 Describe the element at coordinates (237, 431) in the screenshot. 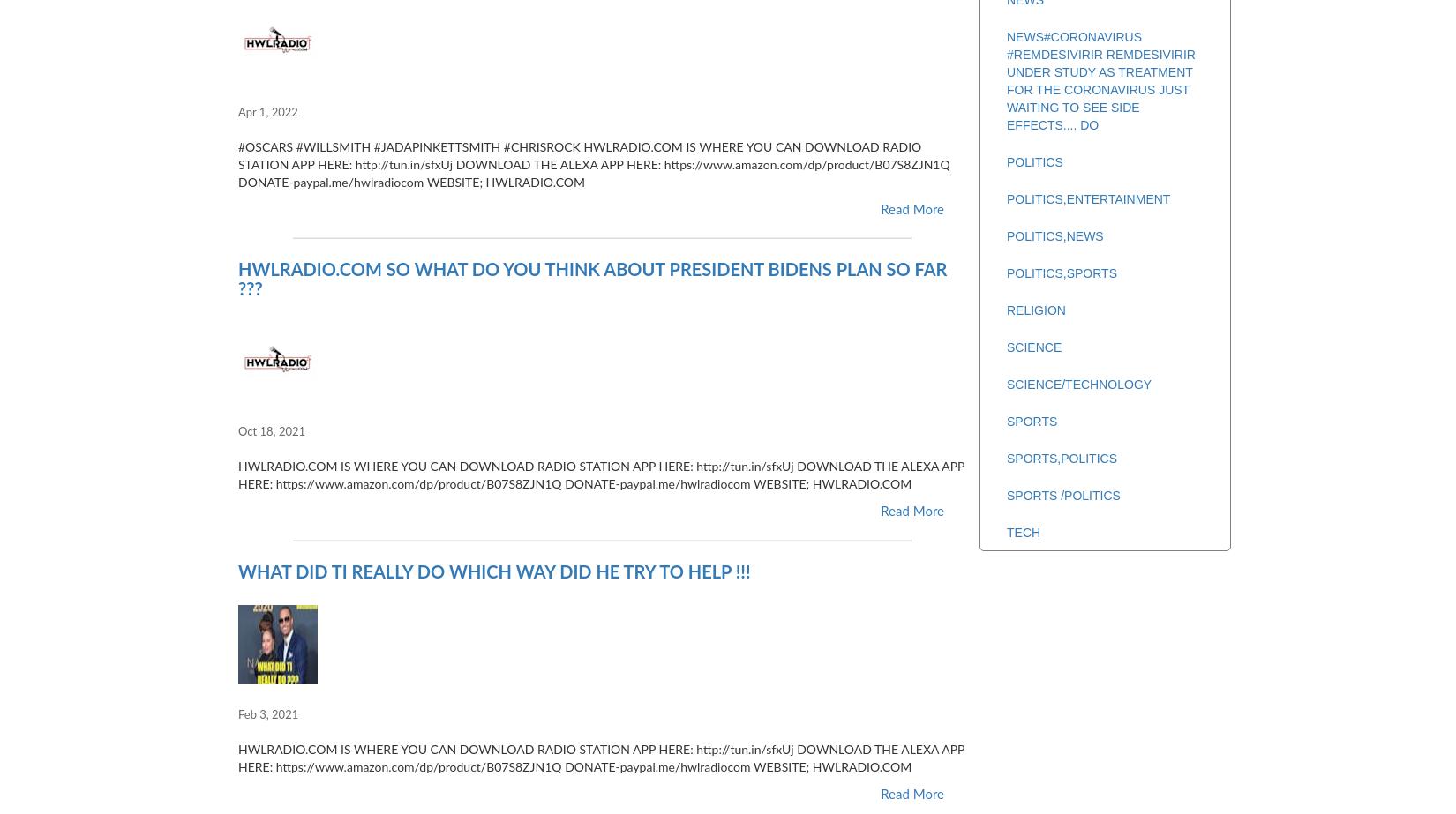

I see `'Oct 18, 2021'` at that location.